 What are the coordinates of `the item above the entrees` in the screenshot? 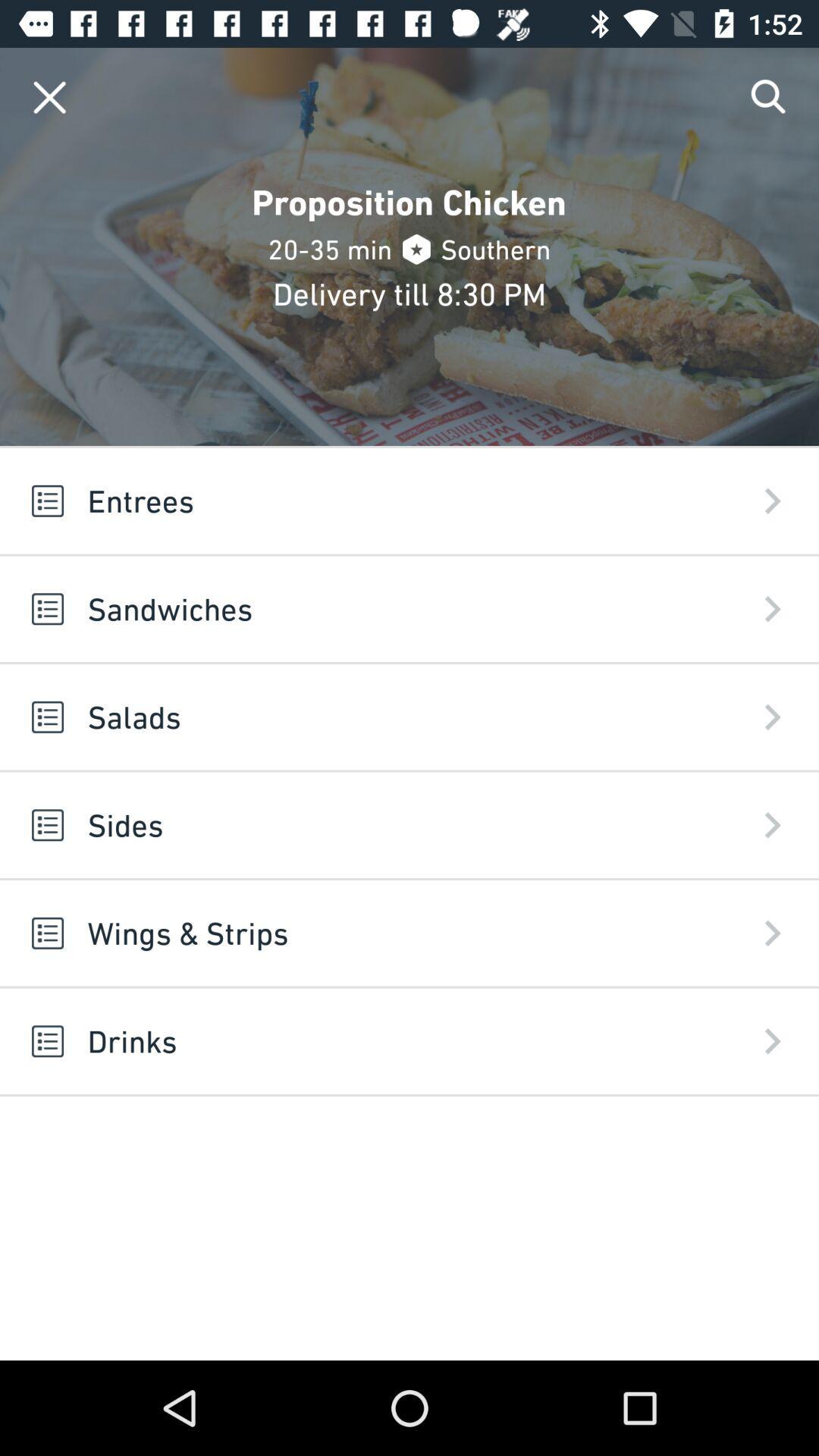 It's located at (49, 96).